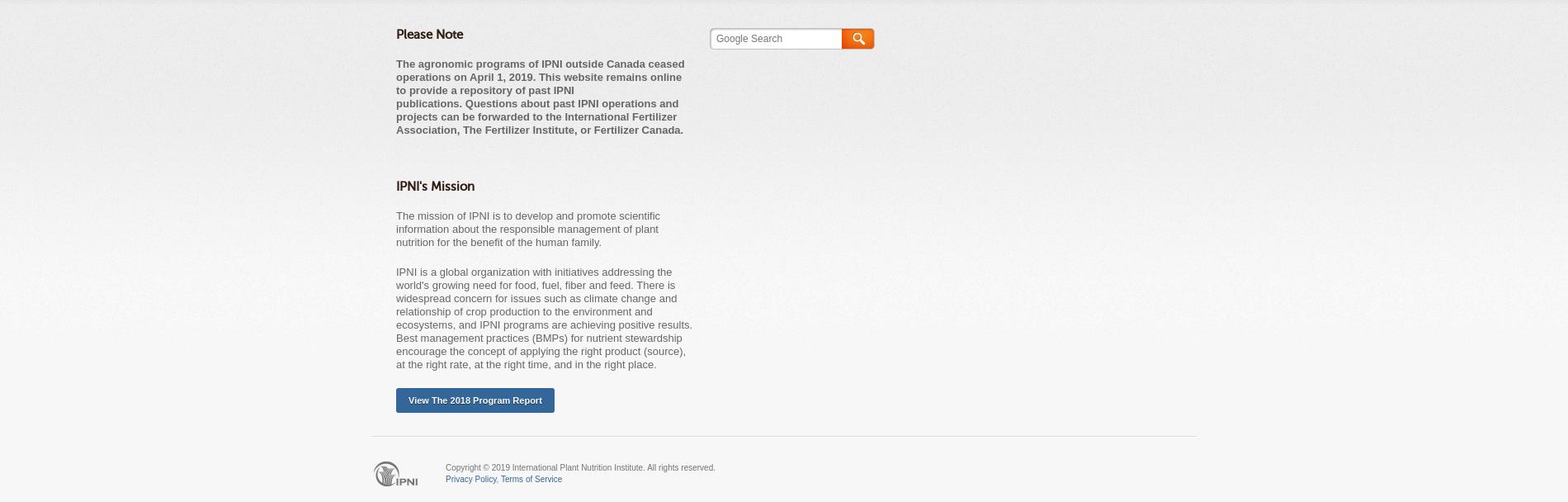  I want to click on 'IPNI's Mission', so click(395, 185).